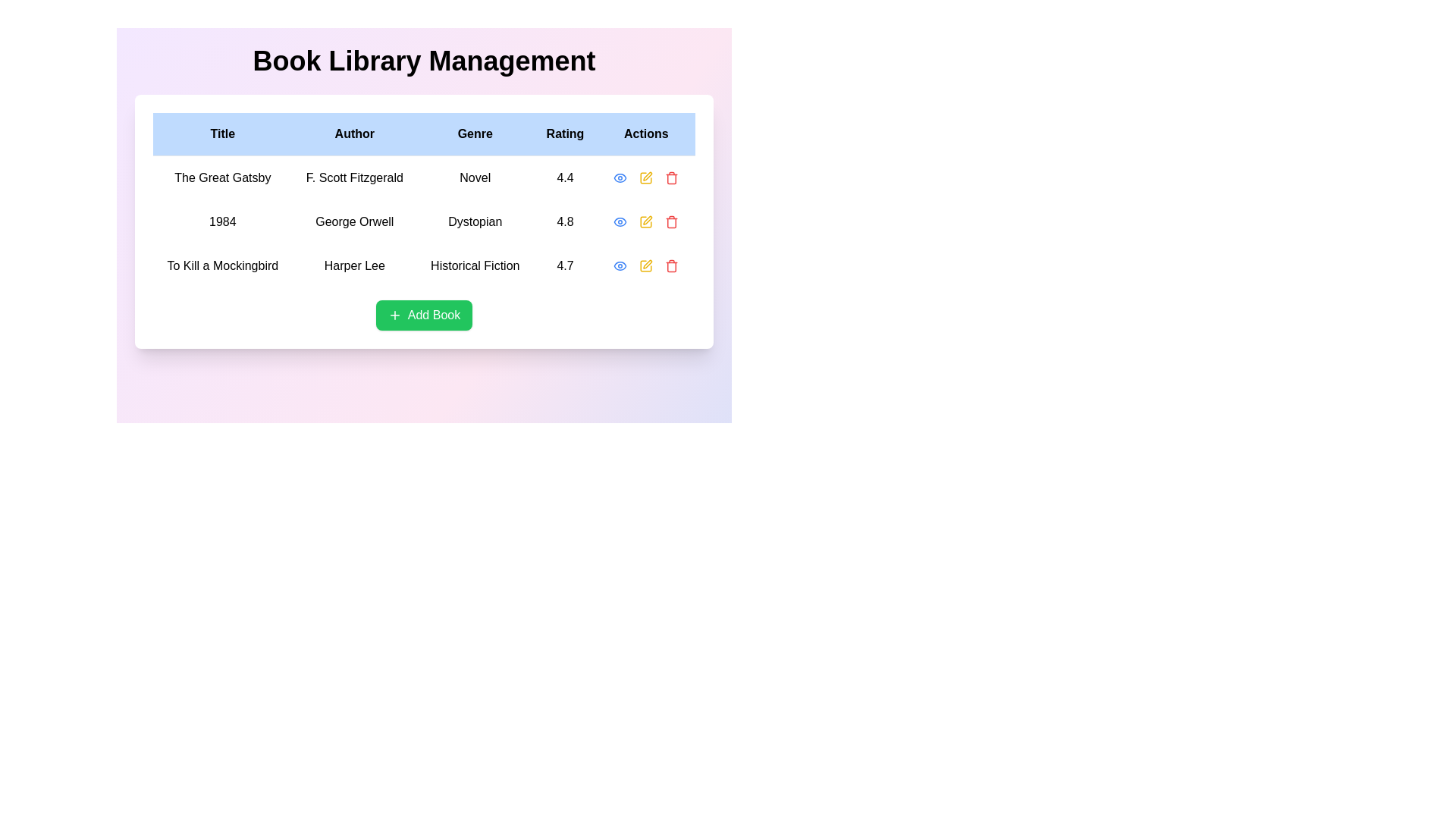 This screenshot has width=1456, height=819. I want to click on numerical rating displayed as '4.7' in bold black text located in the 'Rating' column of the table, so click(564, 265).